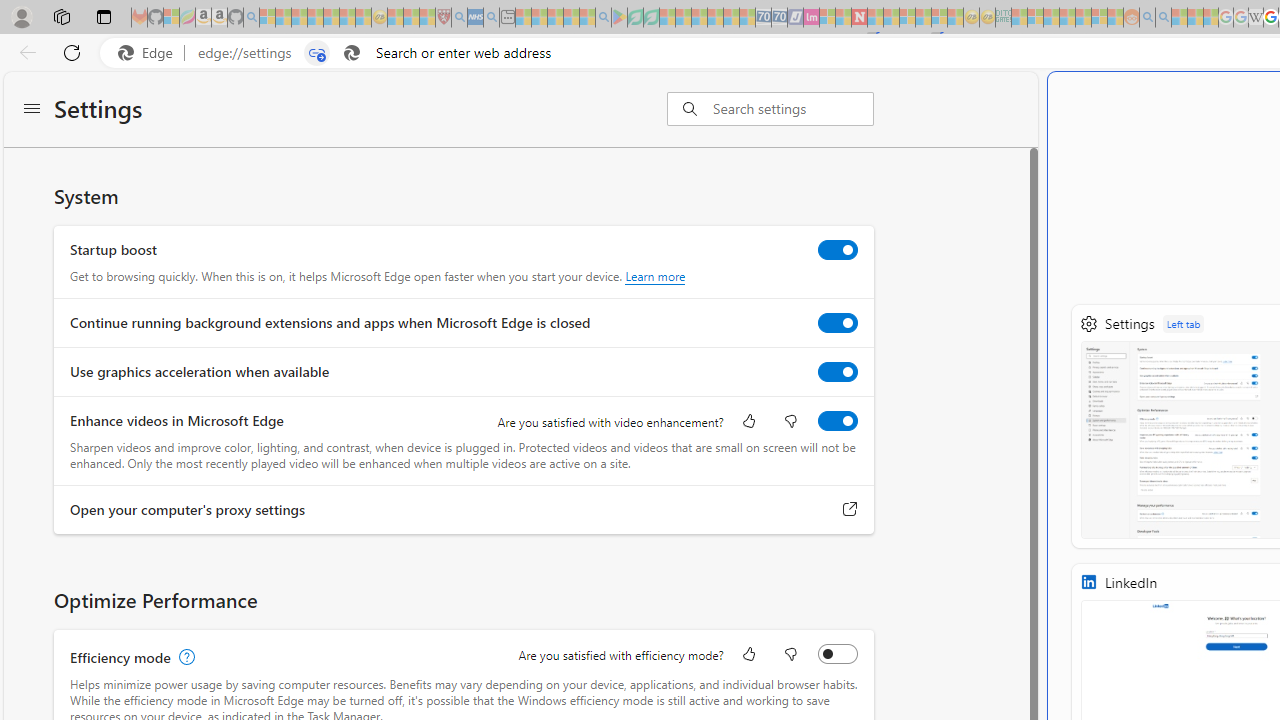 This screenshot has height=720, width=1280. I want to click on 'Efficiency mode, learn more', so click(184, 657).